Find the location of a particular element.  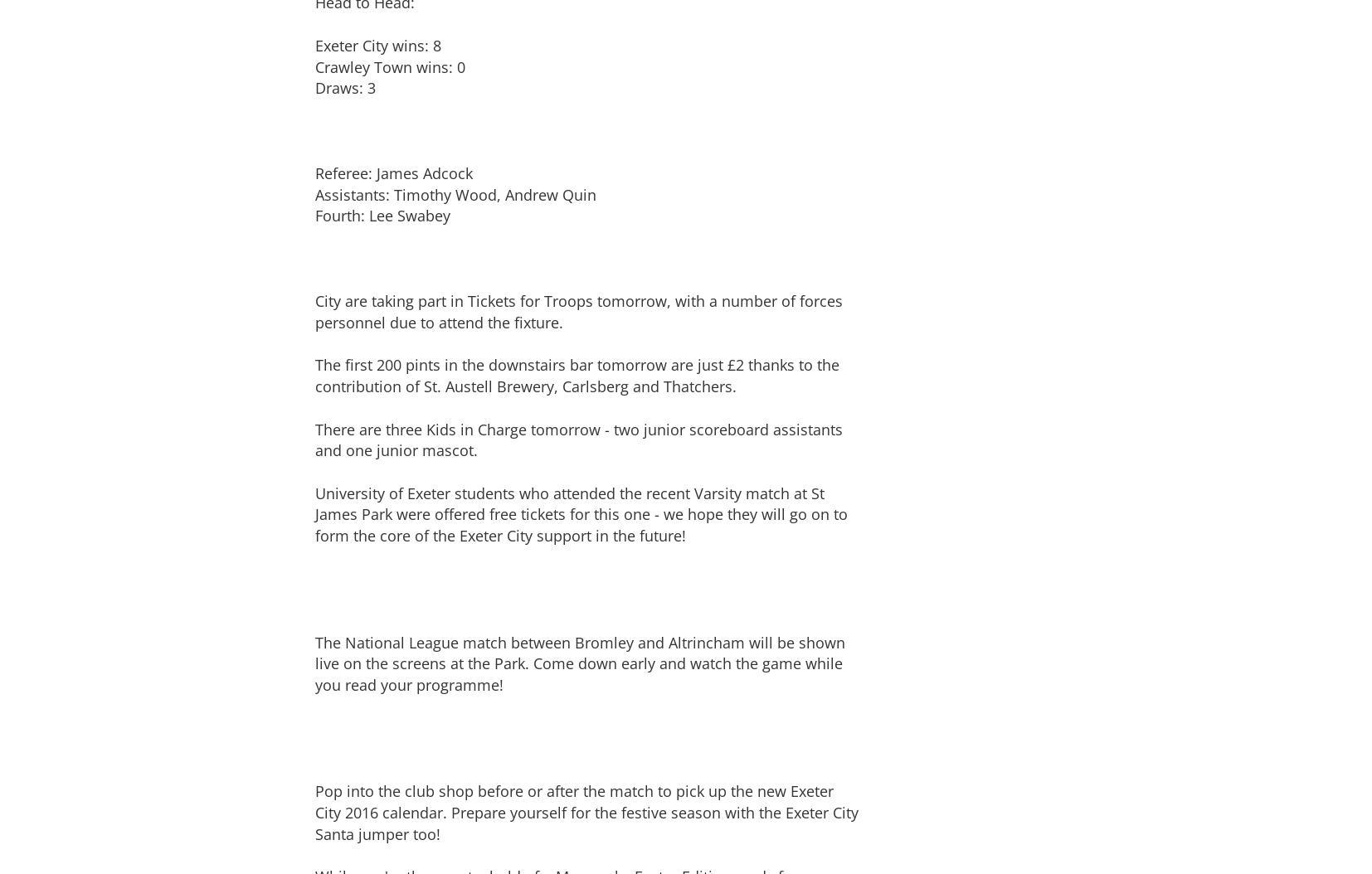

'Pop into the club shop before or after the match to pick up the new Exeter City 2016 calendar. Prepare yourself for the festive season with the Exeter City Santa jumper too!' is located at coordinates (586, 812).